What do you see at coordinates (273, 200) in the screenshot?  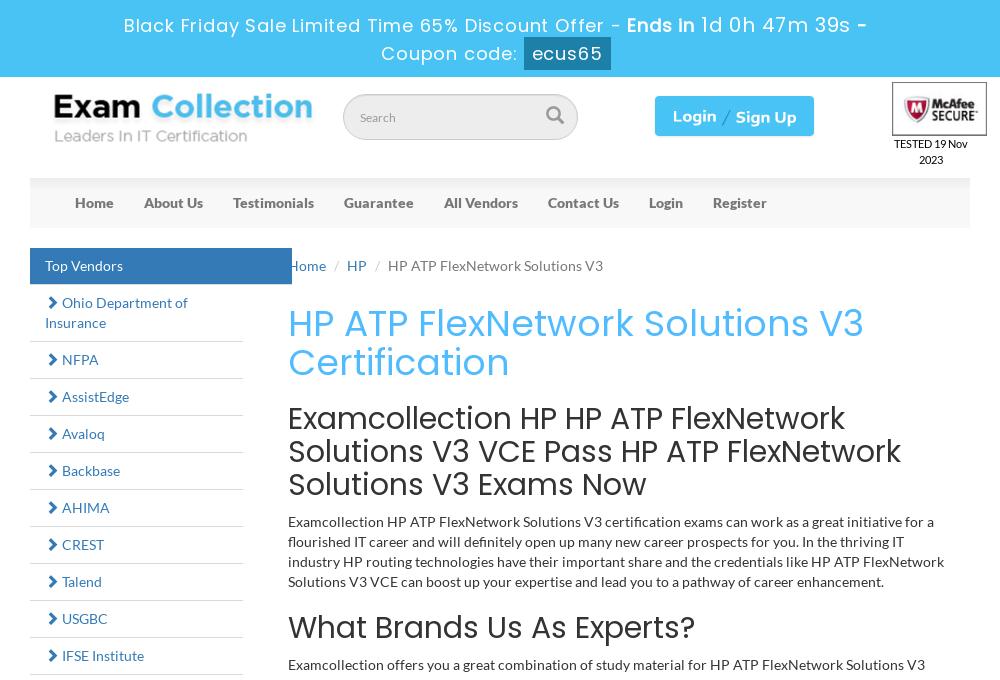 I see `'Testimonials'` at bounding box center [273, 200].